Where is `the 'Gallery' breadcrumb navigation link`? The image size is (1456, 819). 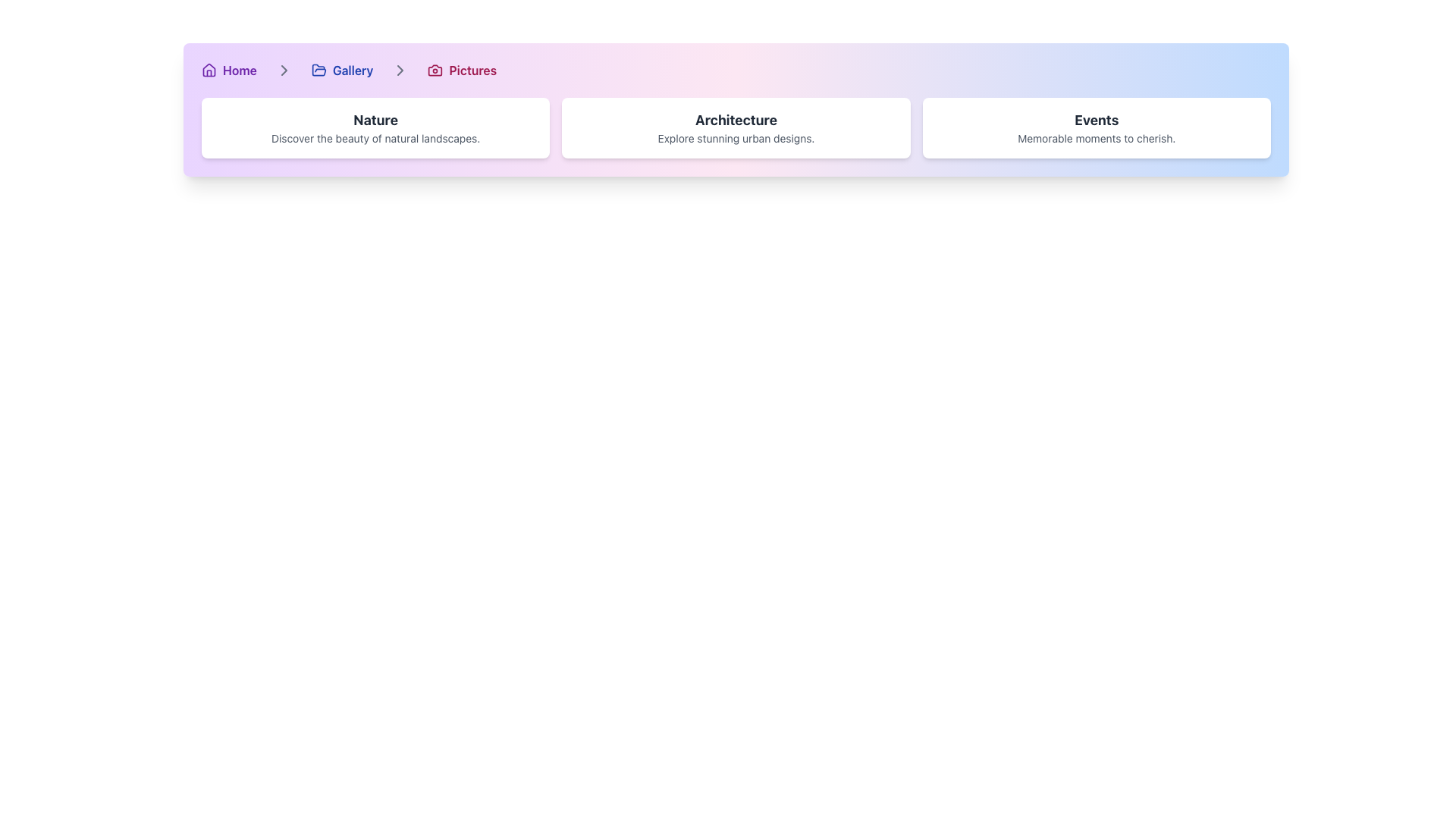
the 'Gallery' breadcrumb navigation link is located at coordinates (341, 70).